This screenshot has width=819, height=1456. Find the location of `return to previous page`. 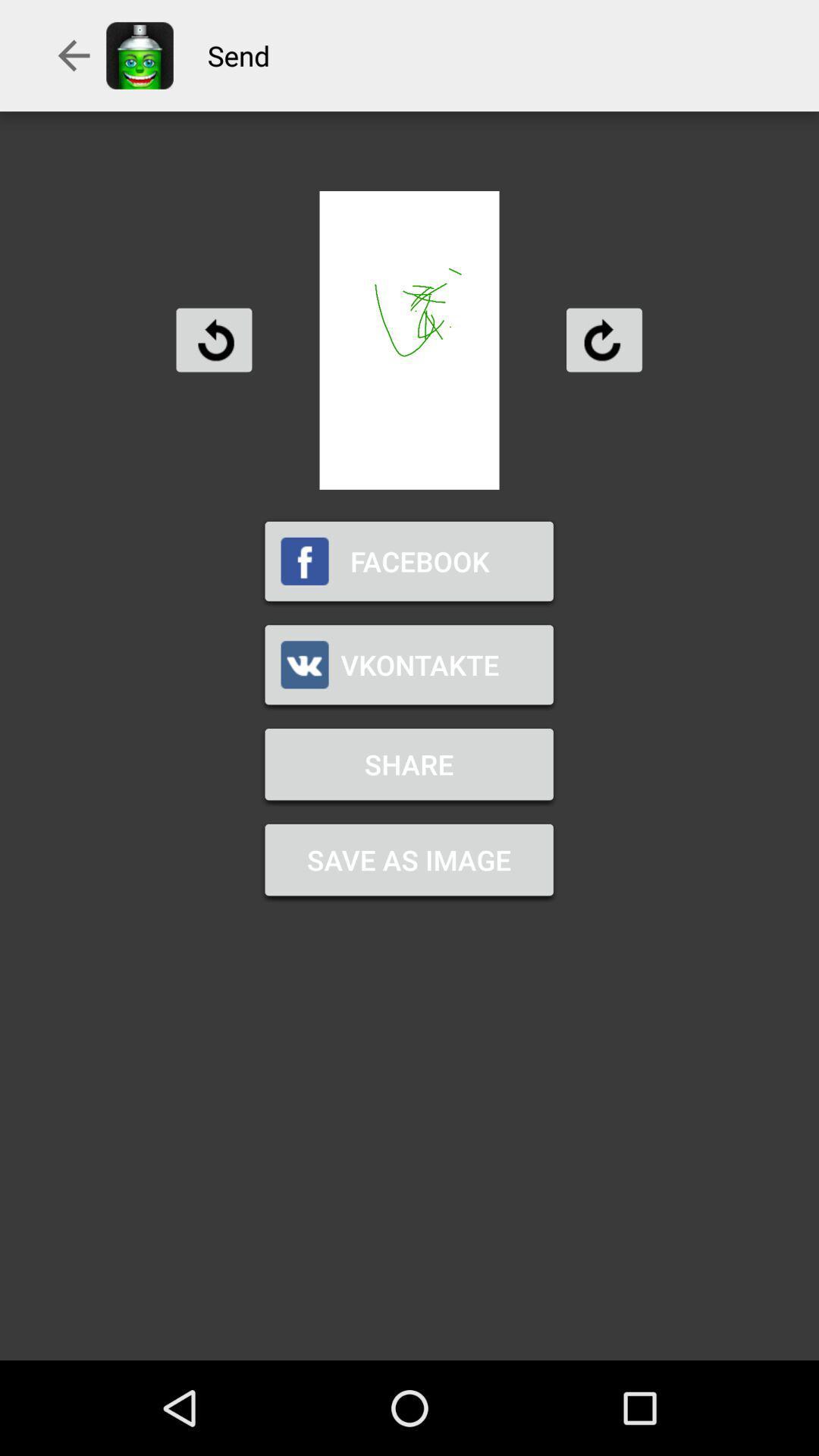

return to previous page is located at coordinates (214, 339).